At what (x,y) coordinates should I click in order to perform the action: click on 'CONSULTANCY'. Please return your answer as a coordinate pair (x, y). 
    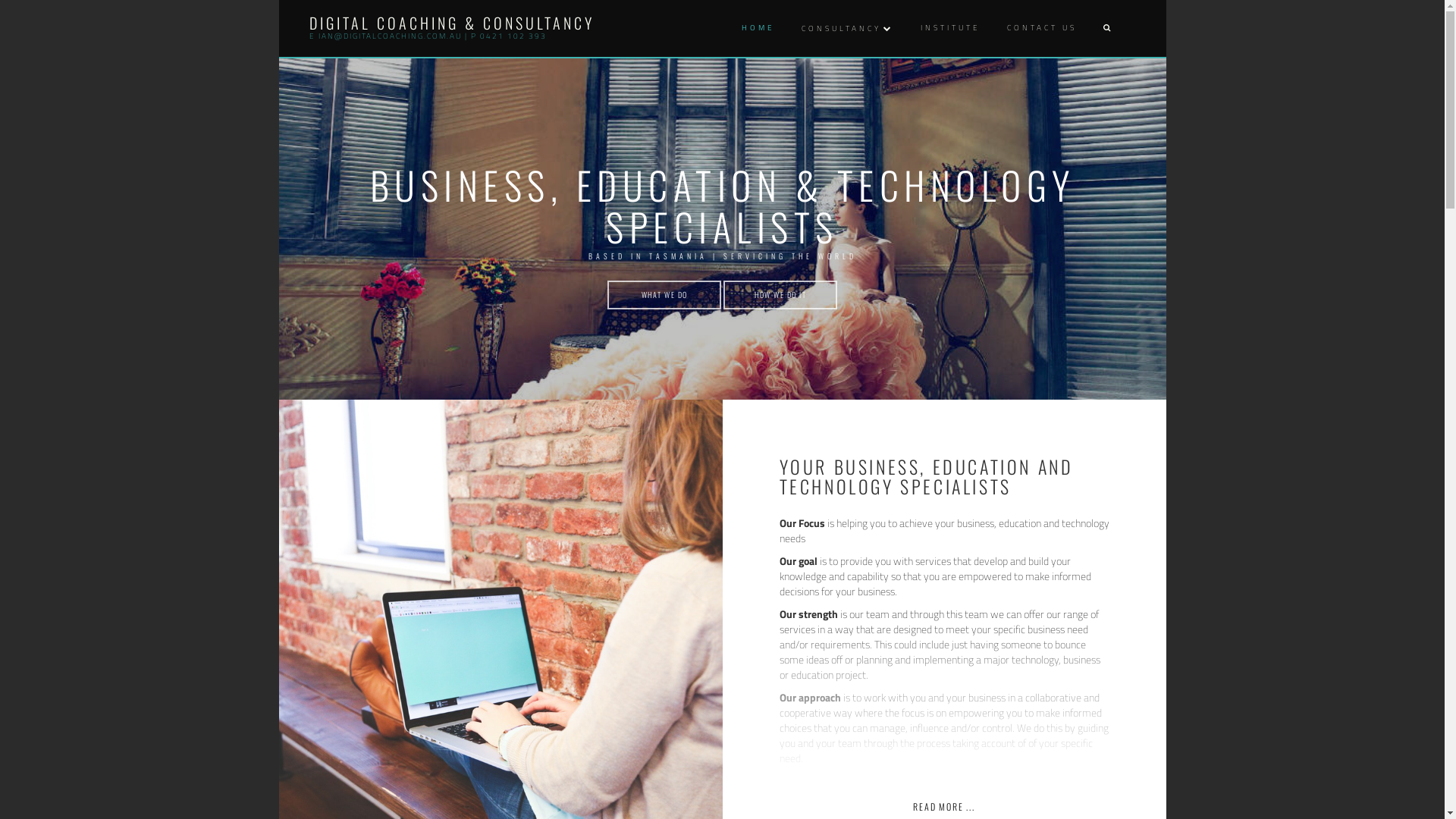
    Looking at the image, I should click on (796, 28).